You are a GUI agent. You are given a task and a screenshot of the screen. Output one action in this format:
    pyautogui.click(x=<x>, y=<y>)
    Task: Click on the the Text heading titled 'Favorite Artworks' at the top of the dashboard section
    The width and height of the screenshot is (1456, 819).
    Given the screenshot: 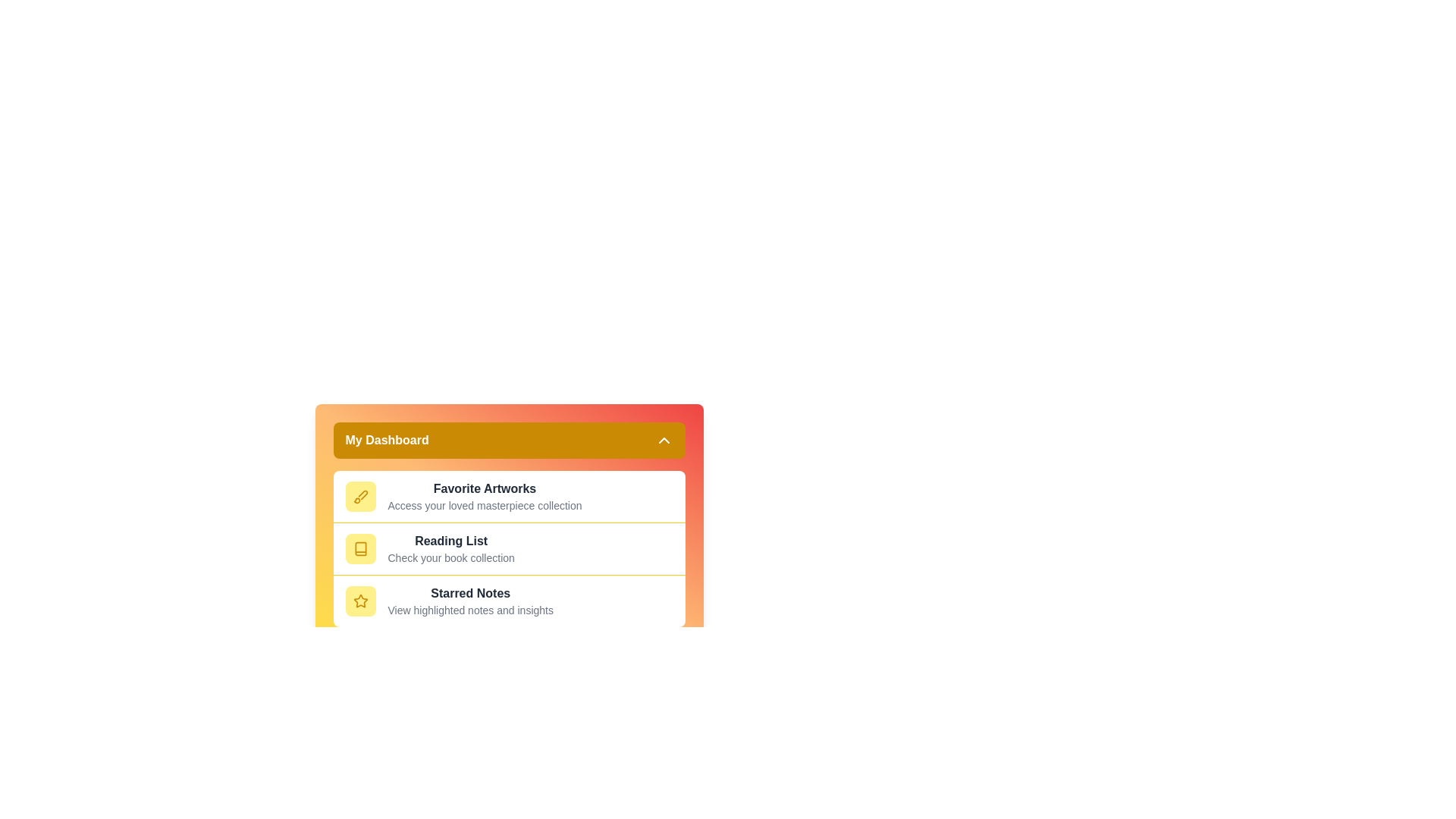 What is the action you would take?
    pyautogui.click(x=484, y=488)
    